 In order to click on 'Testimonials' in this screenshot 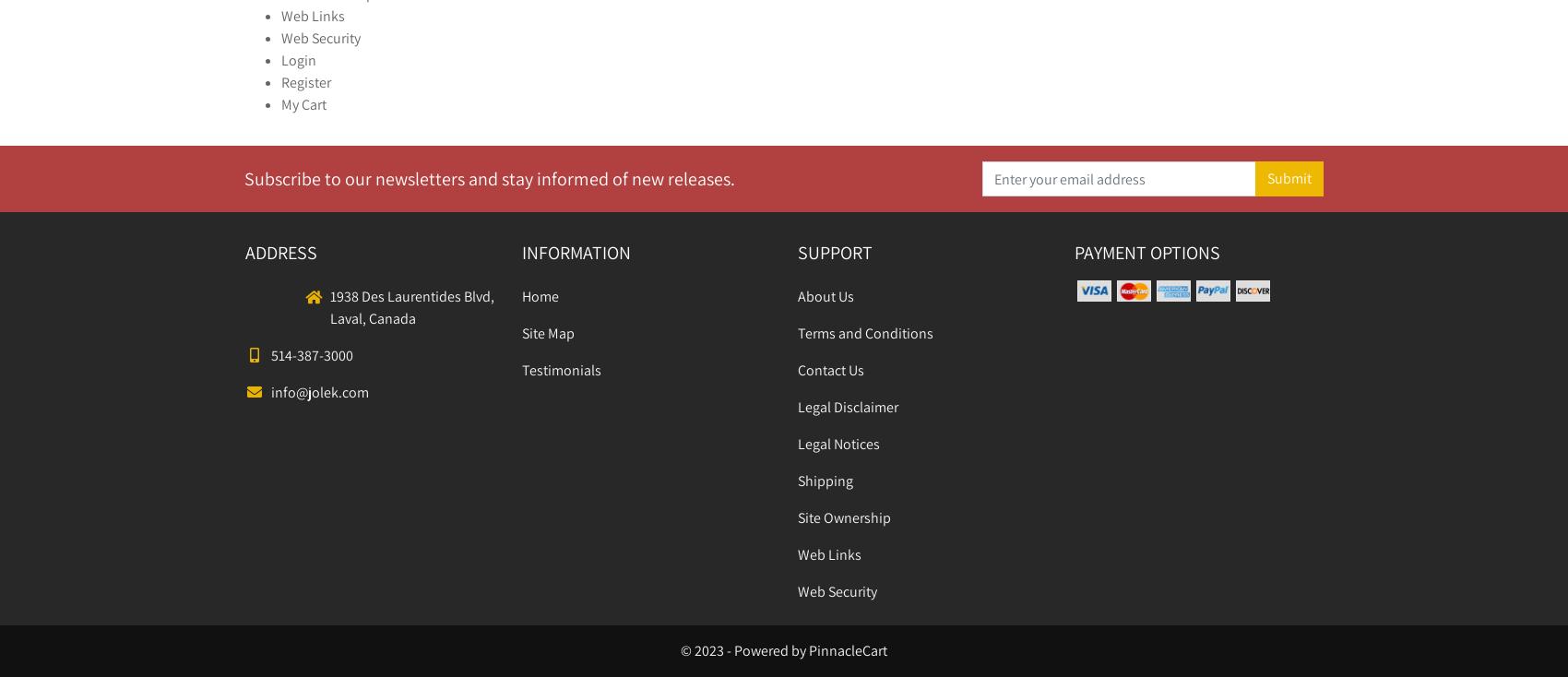, I will do `click(559, 369)`.